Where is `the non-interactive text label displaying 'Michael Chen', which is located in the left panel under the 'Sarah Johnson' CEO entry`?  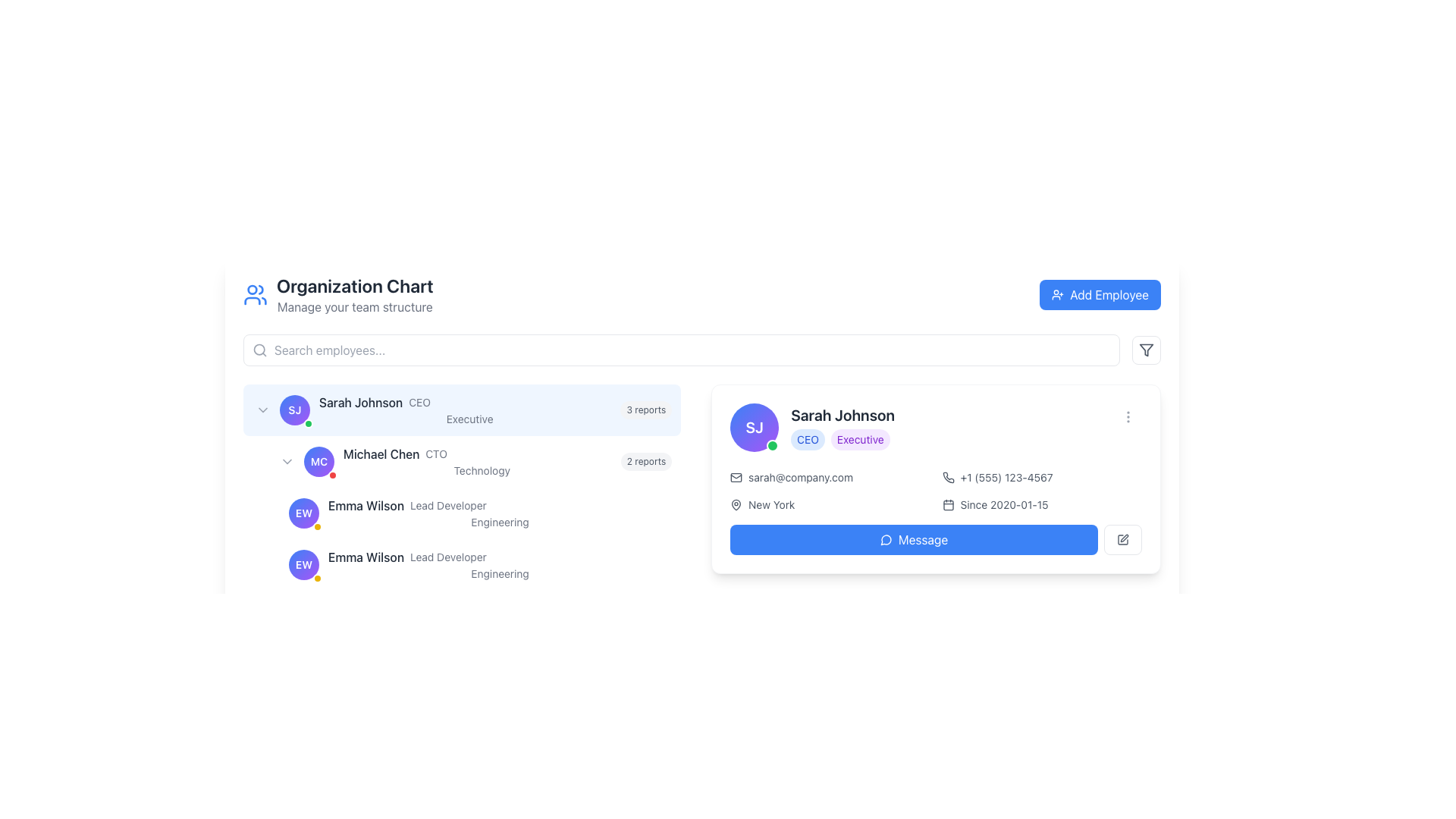 the non-interactive text label displaying 'Michael Chen', which is located in the left panel under the 'Sarah Johnson' CEO entry is located at coordinates (381, 453).